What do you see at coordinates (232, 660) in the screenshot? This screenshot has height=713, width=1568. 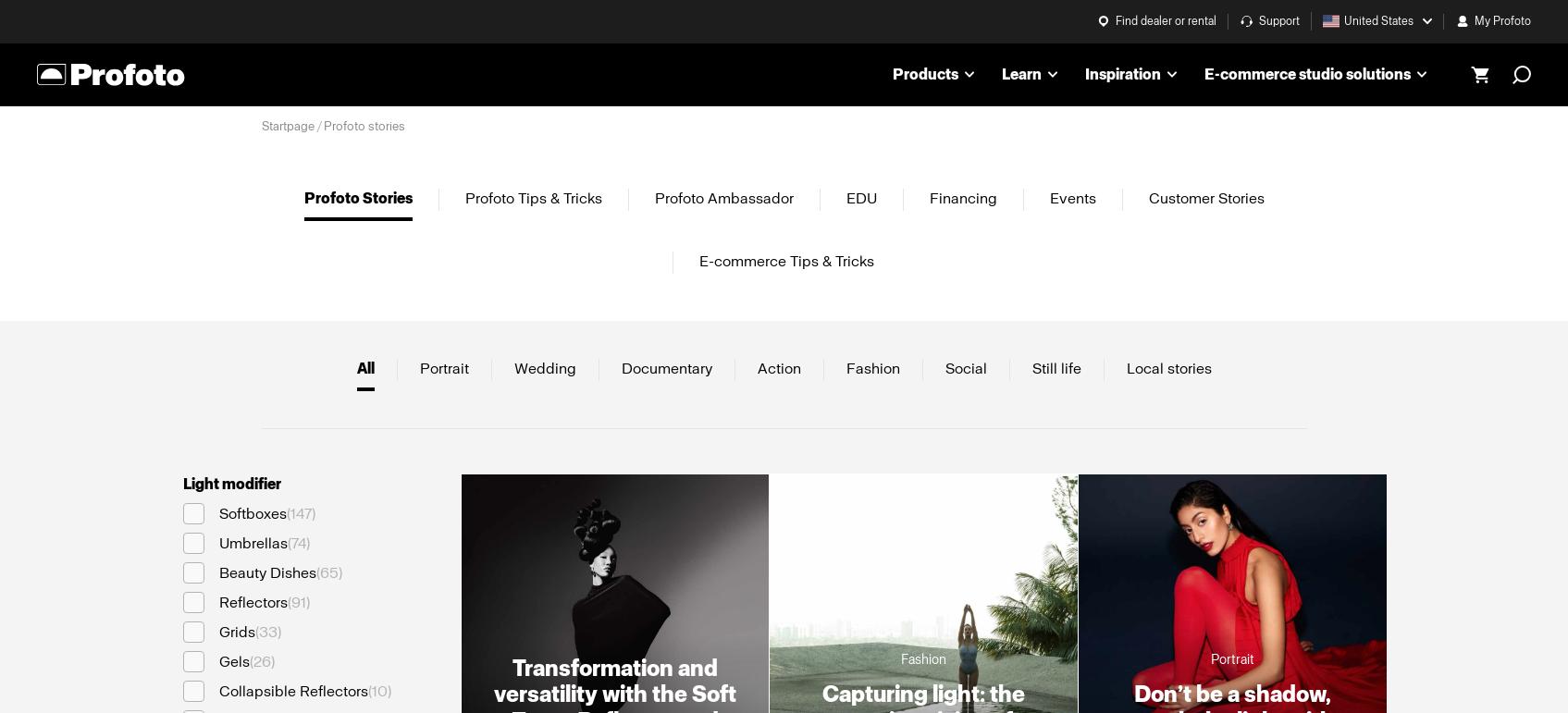 I see `'Gels'` at bounding box center [232, 660].